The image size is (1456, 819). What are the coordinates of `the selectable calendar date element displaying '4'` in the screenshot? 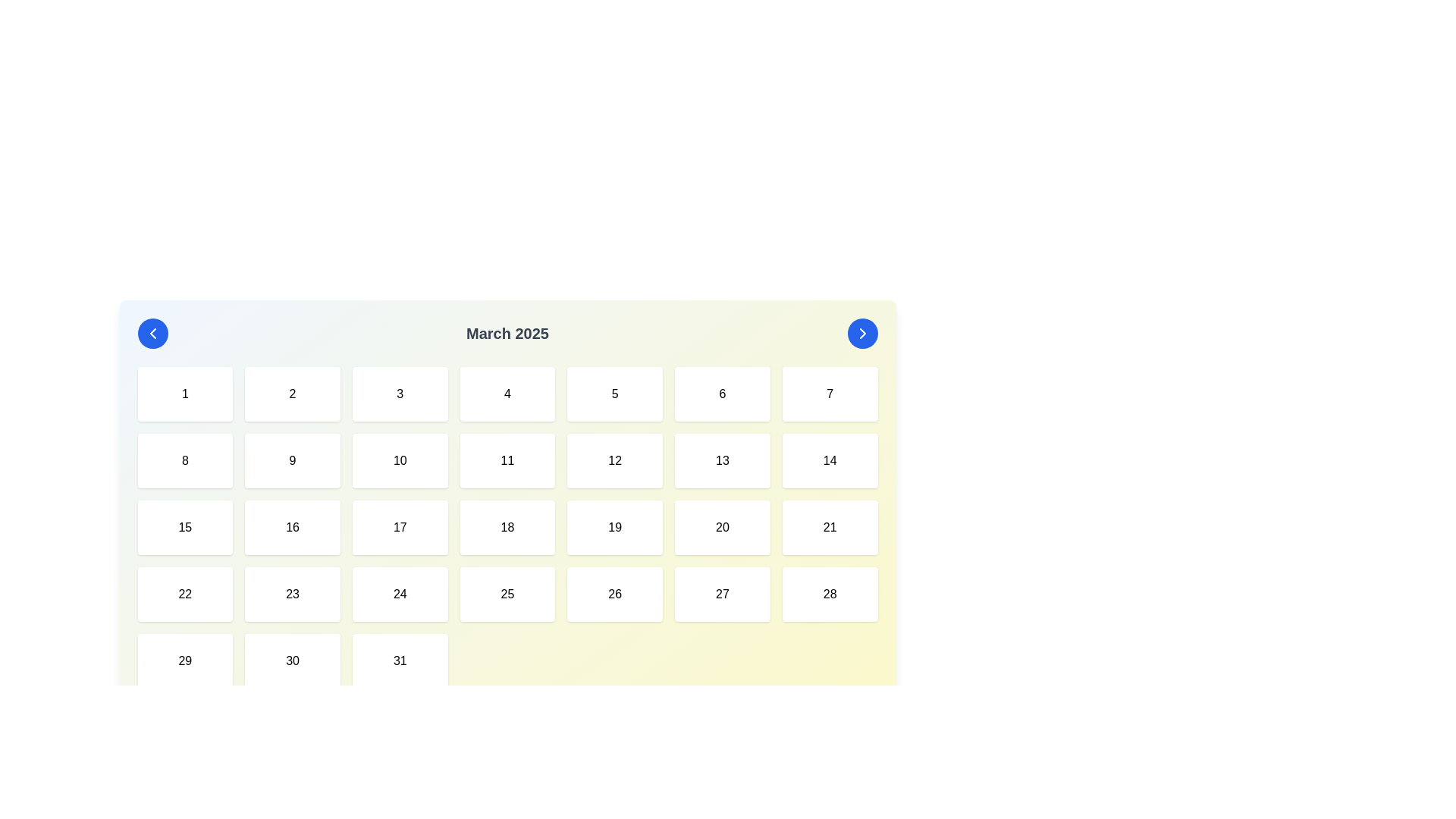 It's located at (507, 394).